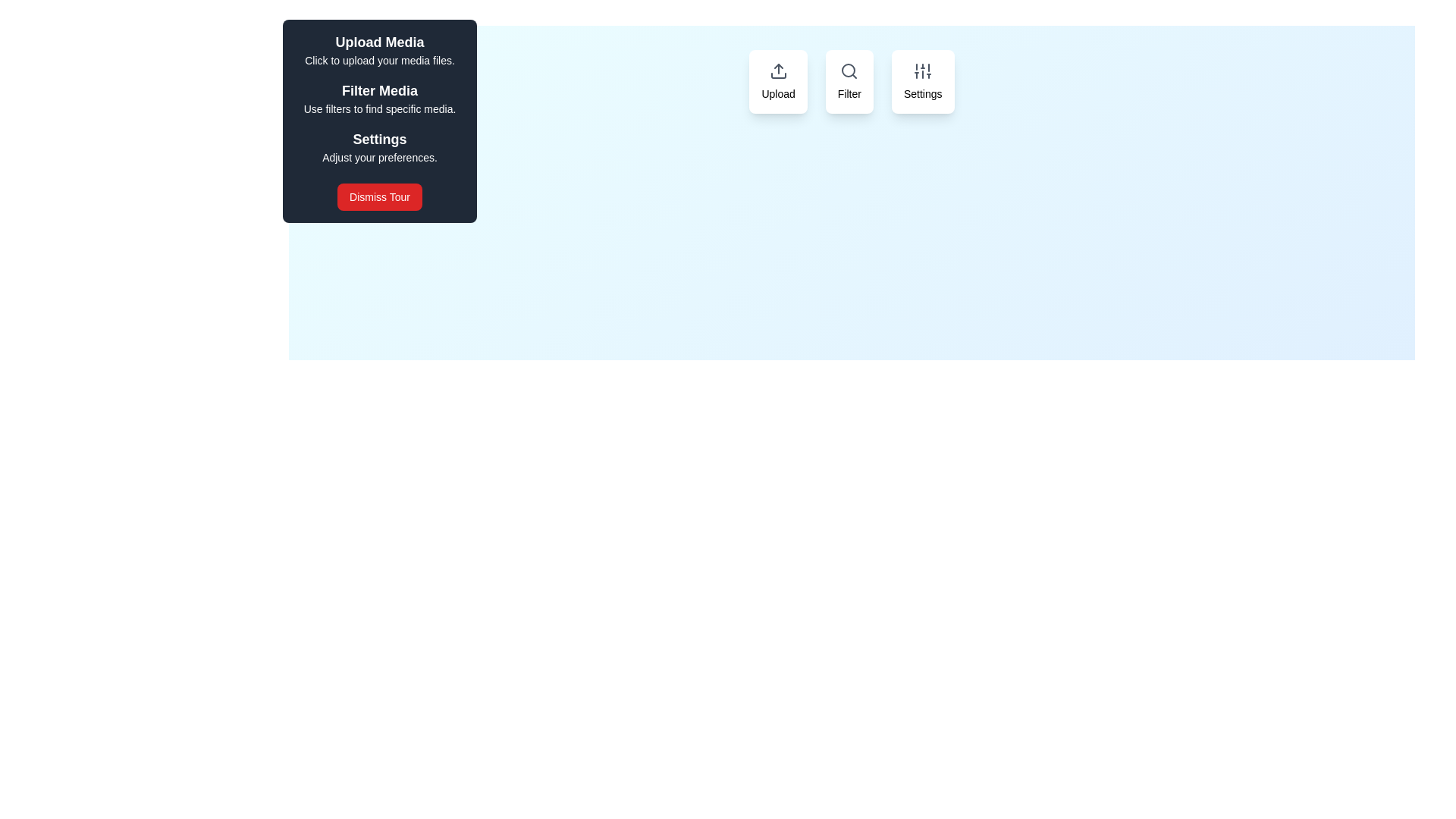  What do you see at coordinates (849, 71) in the screenshot?
I see `the minimalist magnifying glass icon located within the 'Filter' card, positioned above the text 'Filter'` at bounding box center [849, 71].